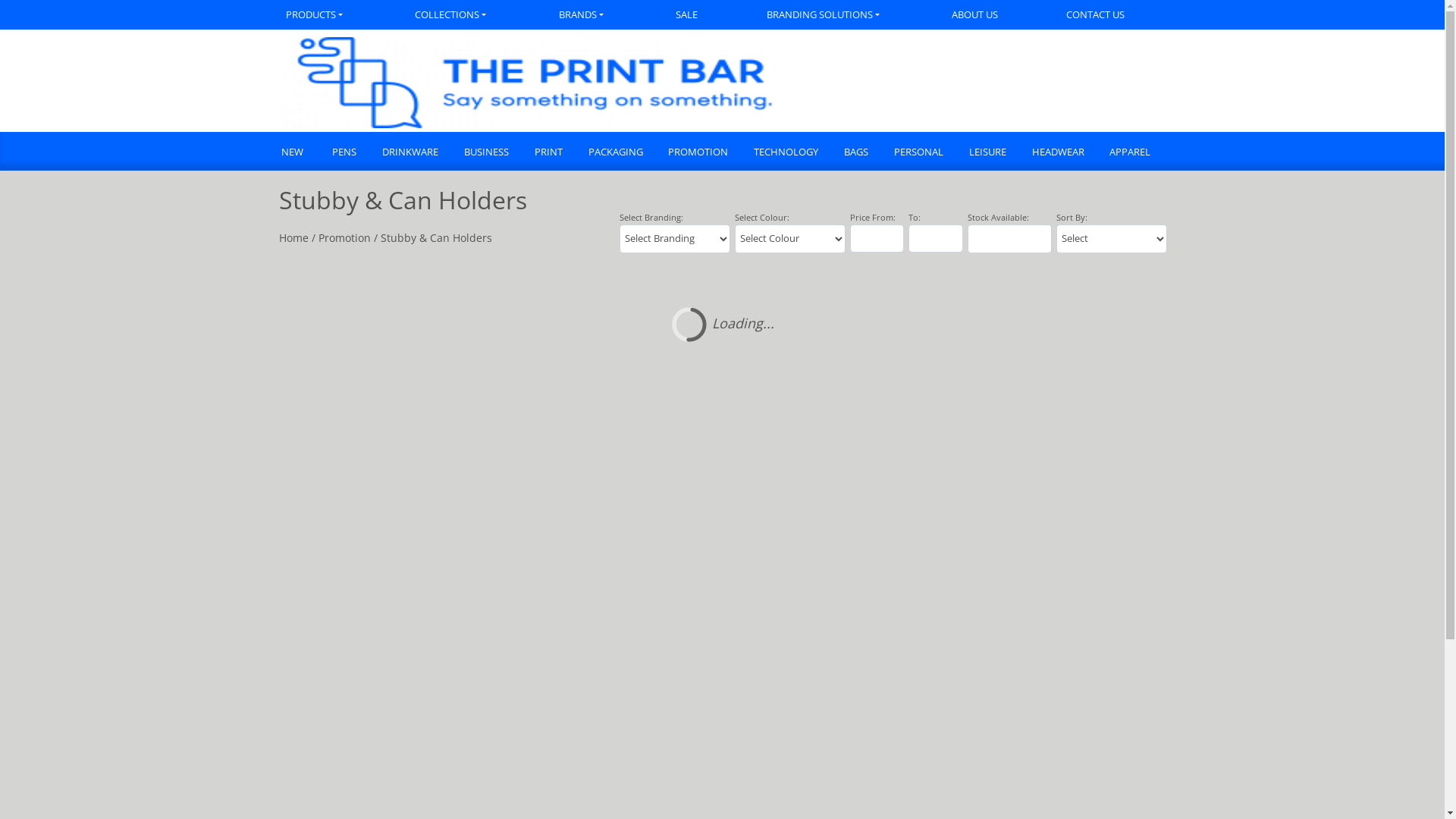  What do you see at coordinates (409, 152) in the screenshot?
I see `'DRINKWARE'` at bounding box center [409, 152].